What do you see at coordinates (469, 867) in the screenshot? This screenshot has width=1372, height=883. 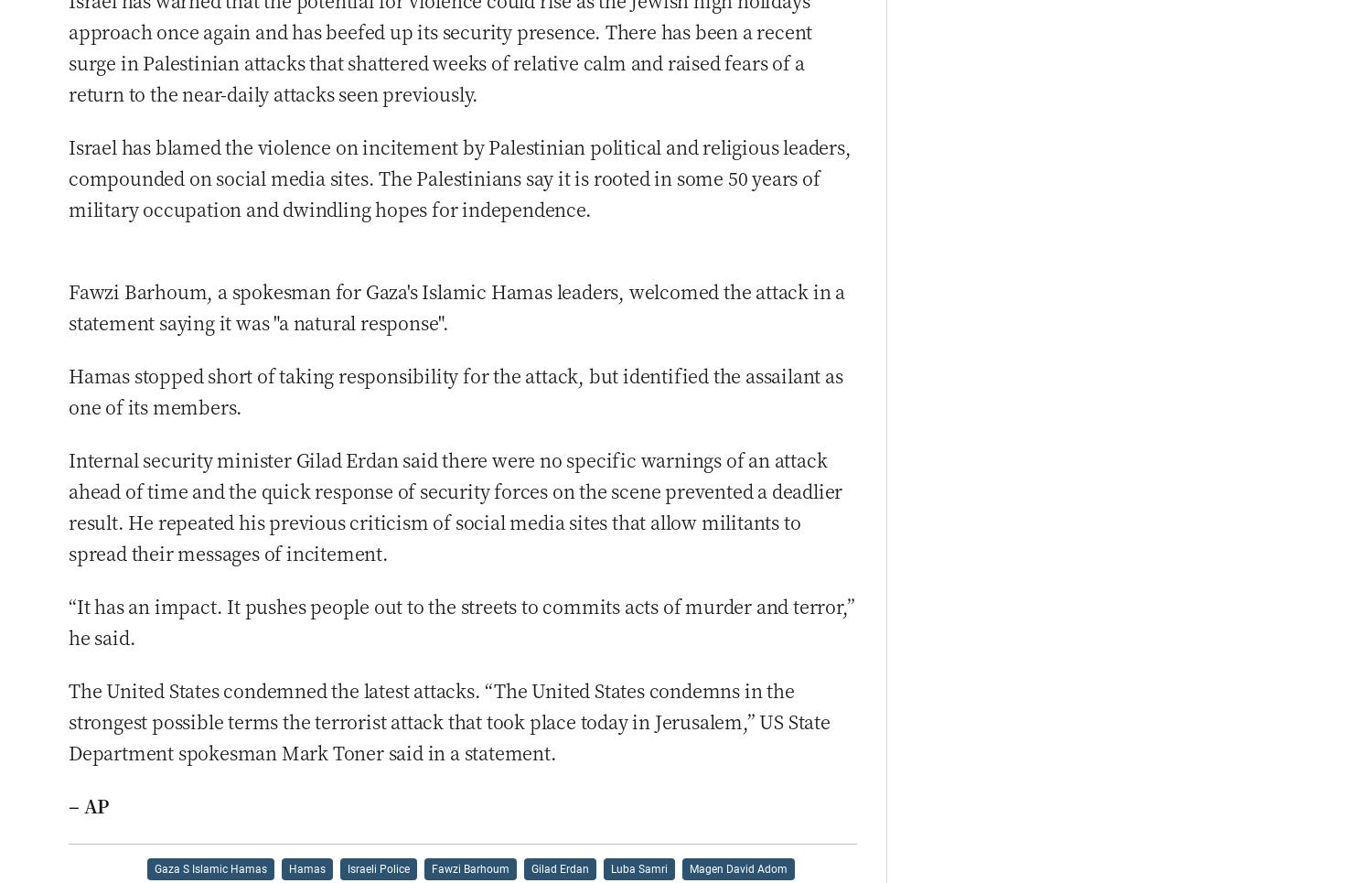 I see `'Fawzi Barhoum'` at bounding box center [469, 867].